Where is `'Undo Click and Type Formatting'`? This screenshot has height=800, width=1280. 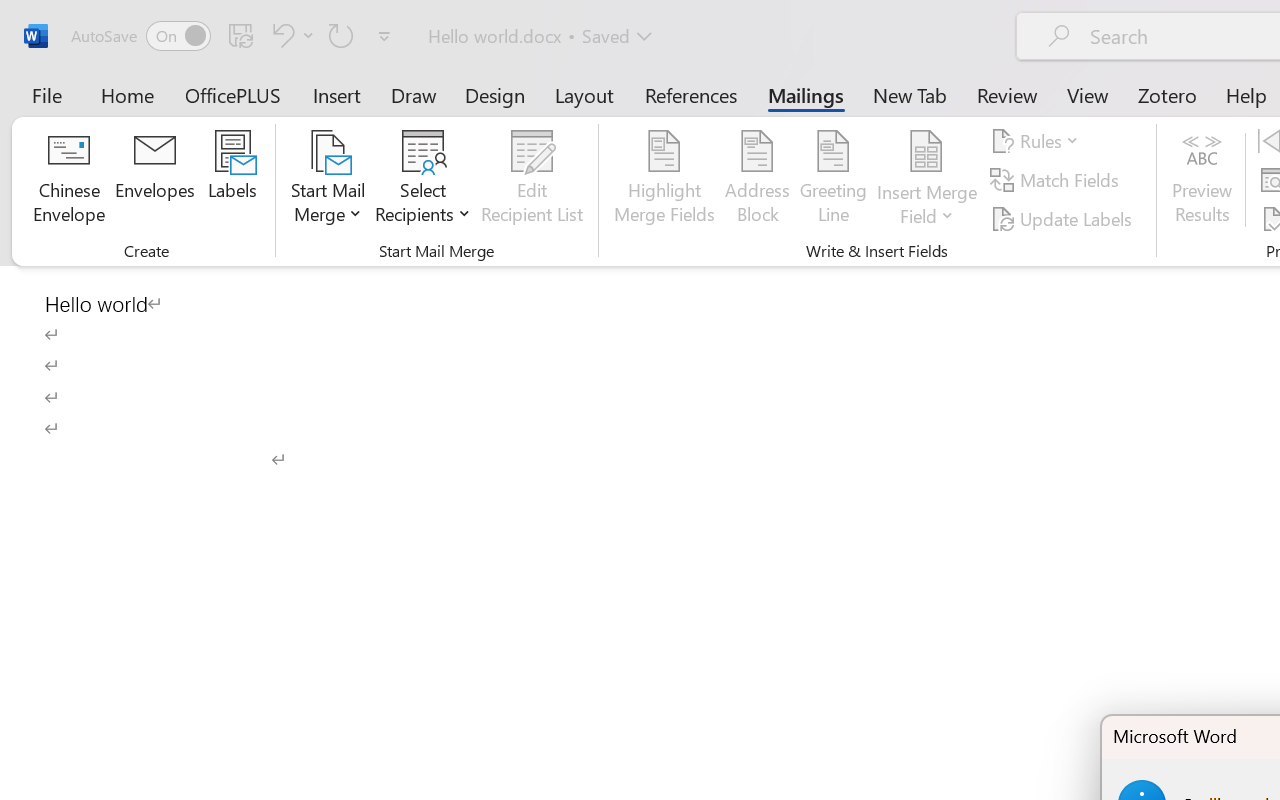 'Undo Click and Type Formatting' is located at coordinates (279, 34).